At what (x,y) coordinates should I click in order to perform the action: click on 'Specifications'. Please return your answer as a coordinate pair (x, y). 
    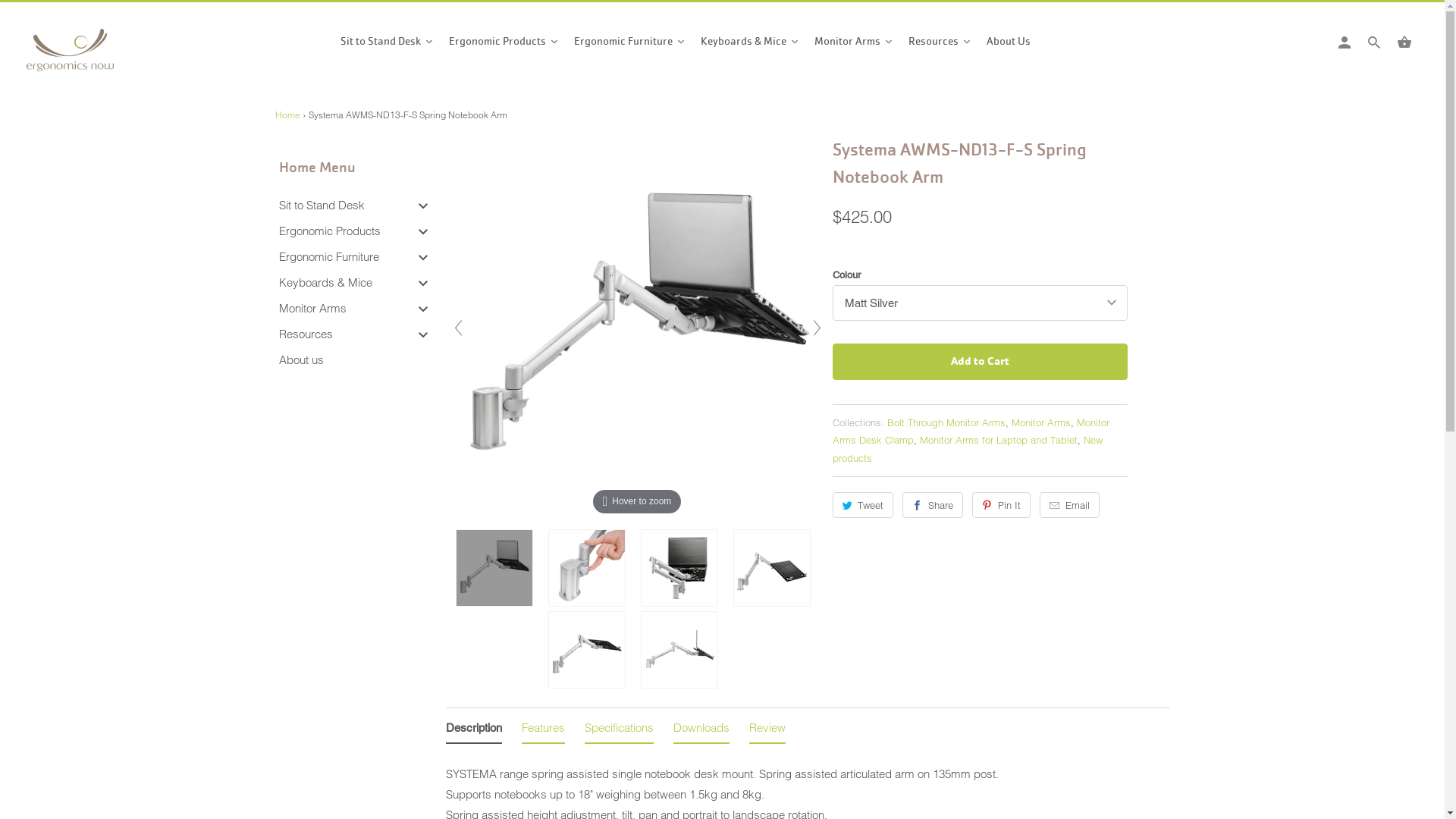
    Looking at the image, I should click on (618, 730).